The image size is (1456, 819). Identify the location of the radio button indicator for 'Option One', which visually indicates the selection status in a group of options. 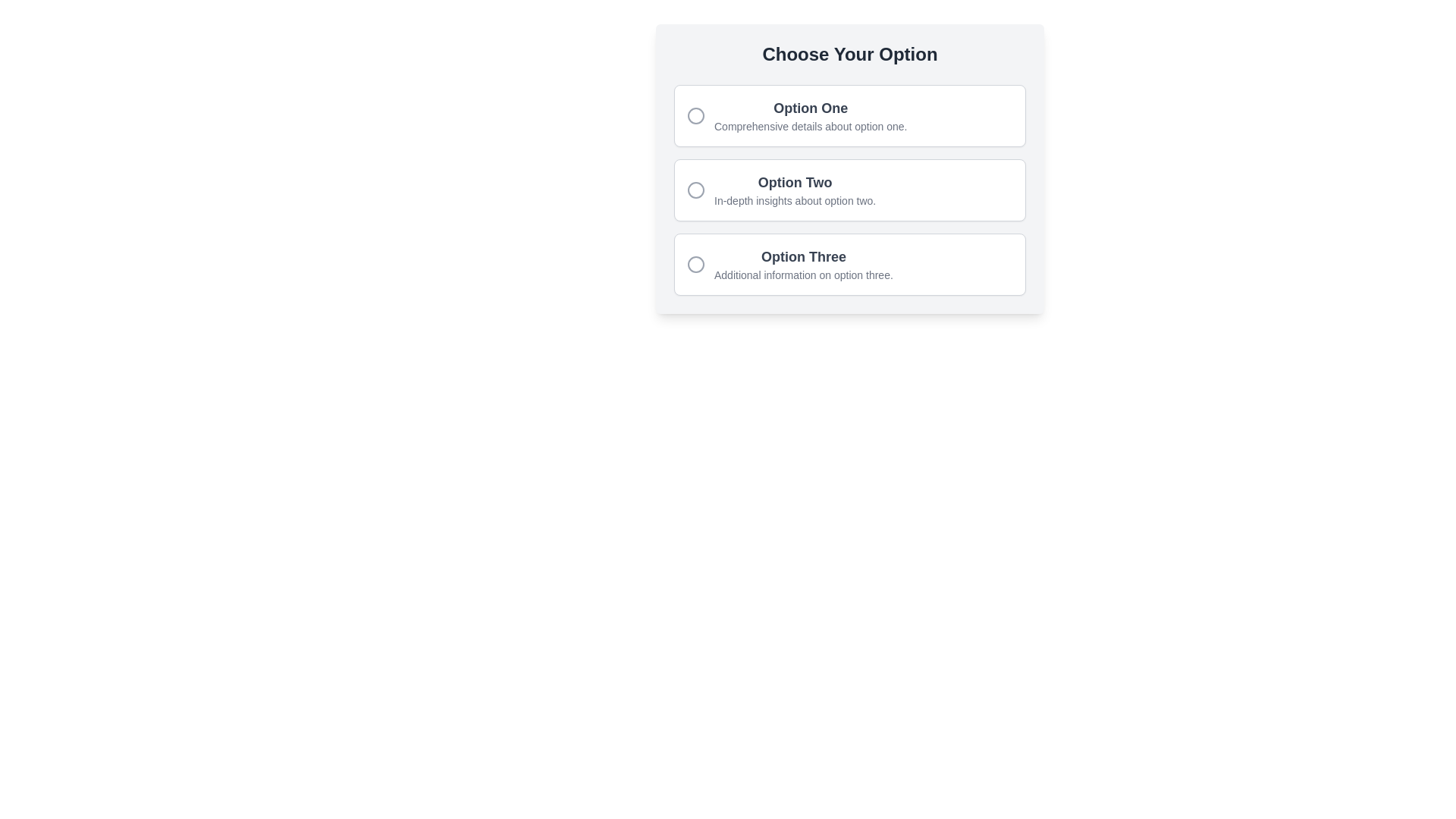
(695, 115).